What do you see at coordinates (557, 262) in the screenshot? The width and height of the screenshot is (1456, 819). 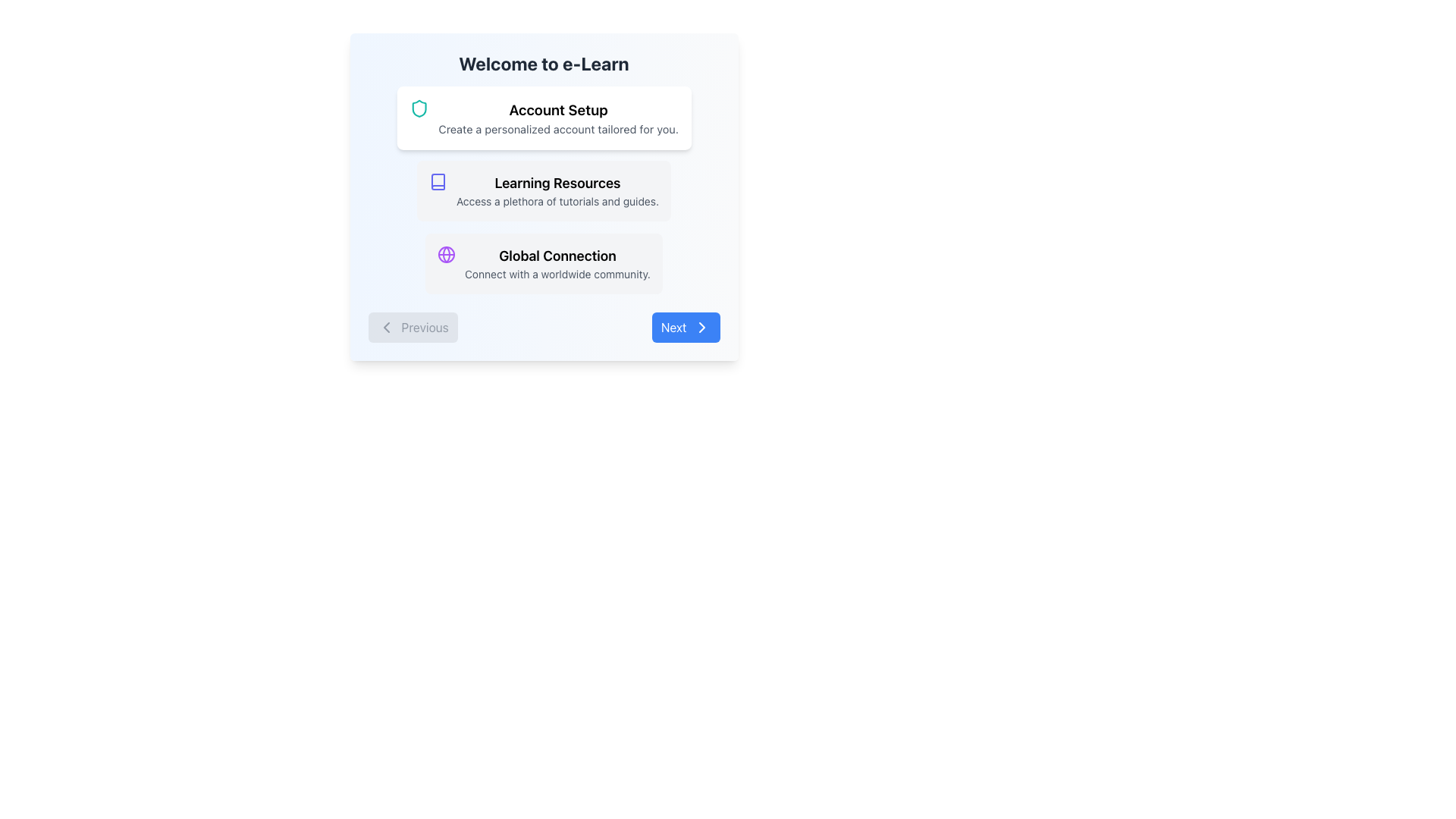 I see `text section that provides a descriptive title and subtitle about connecting with a global community, located in the lower section of the informational cards below 'Learning Resources' and above the 'Next' button` at bounding box center [557, 262].